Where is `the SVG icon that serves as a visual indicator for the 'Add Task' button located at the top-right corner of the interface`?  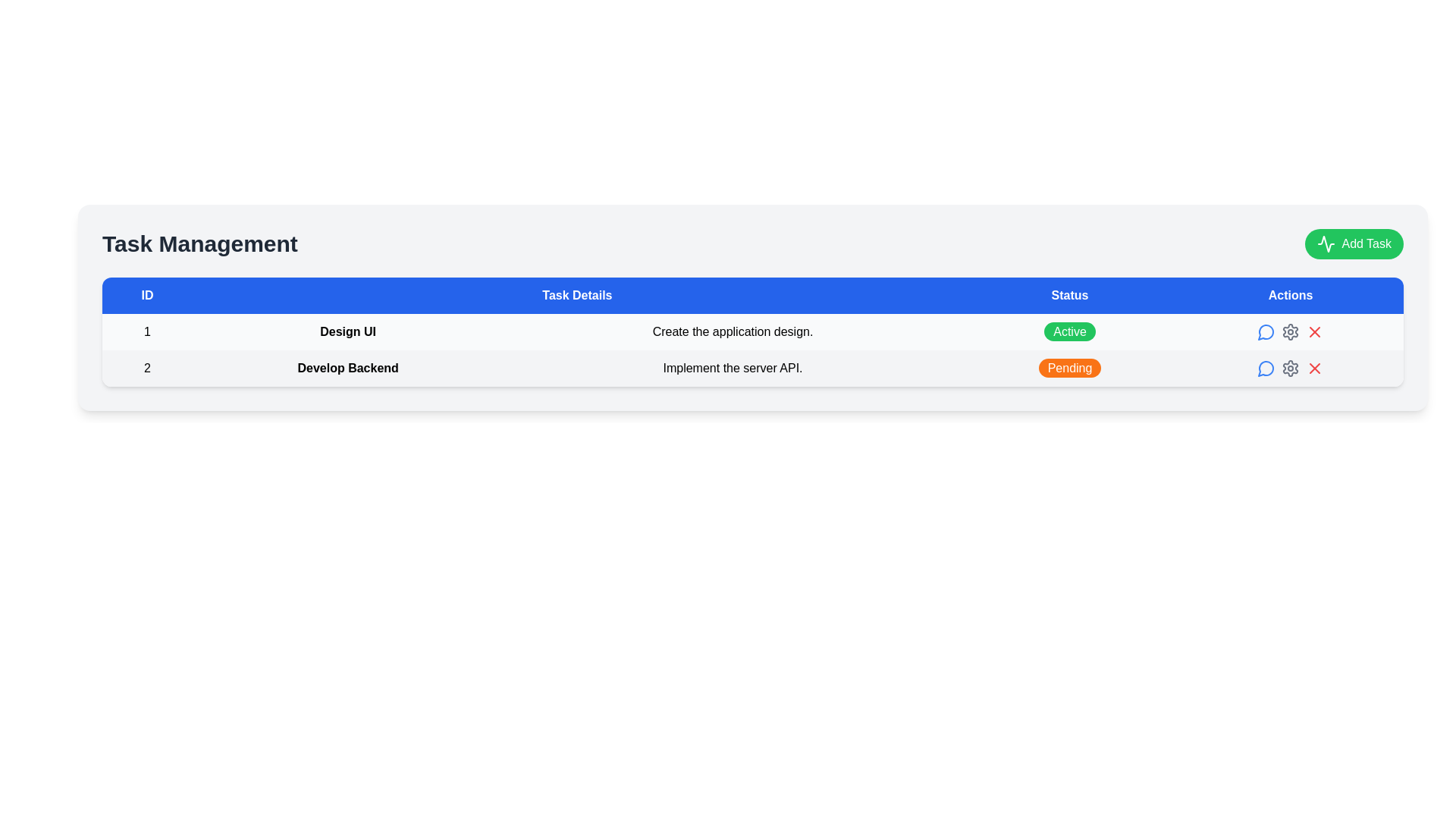 the SVG icon that serves as a visual indicator for the 'Add Task' button located at the top-right corner of the interface is located at coordinates (1326, 243).